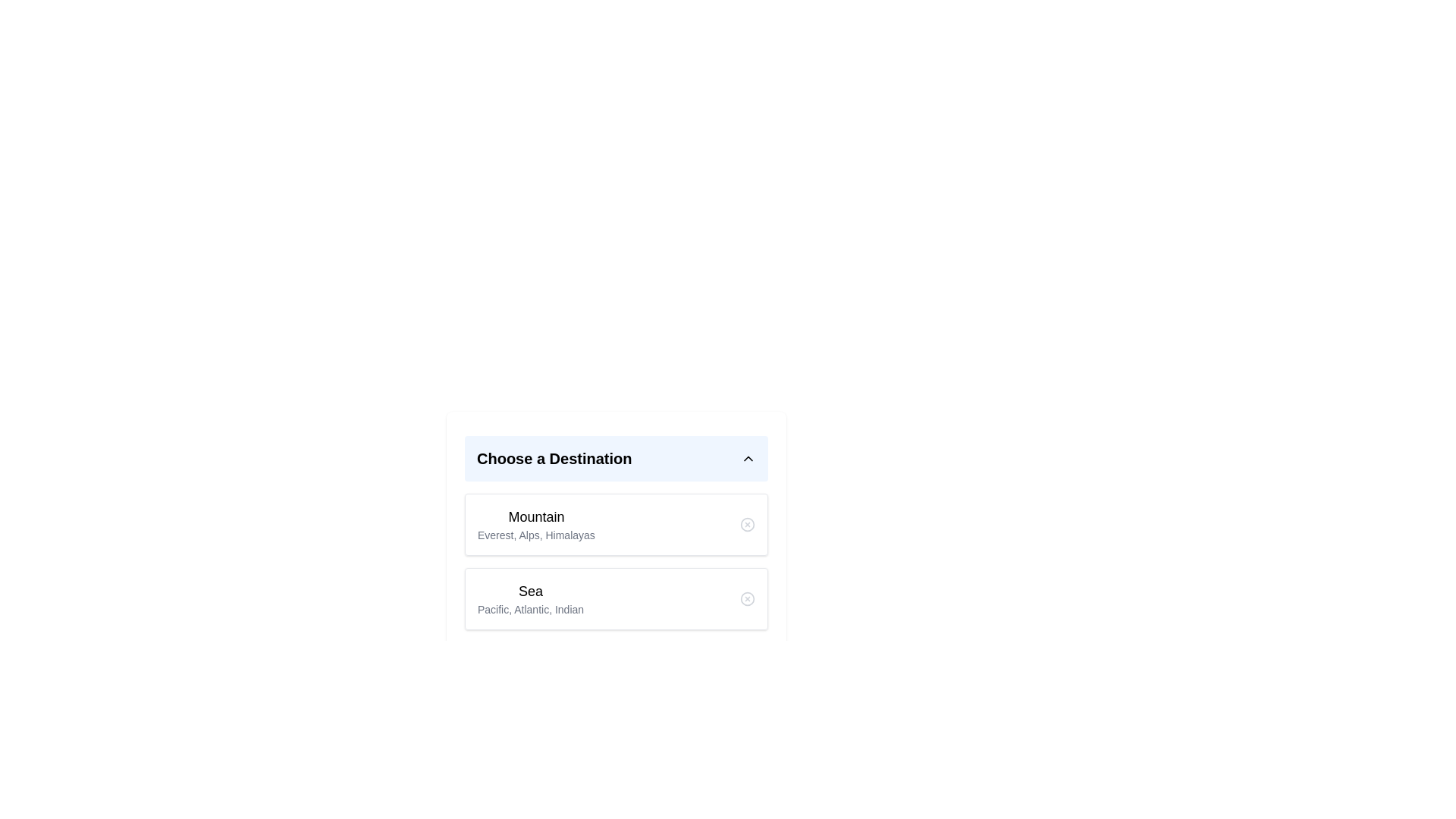 Image resolution: width=1456 pixels, height=819 pixels. Describe the element at coordinates (747, 598) in the screenshot. I see `the circular icon button with a gray border and central 'X' mark in the upper right corner of the 'Sea' card` at that location.